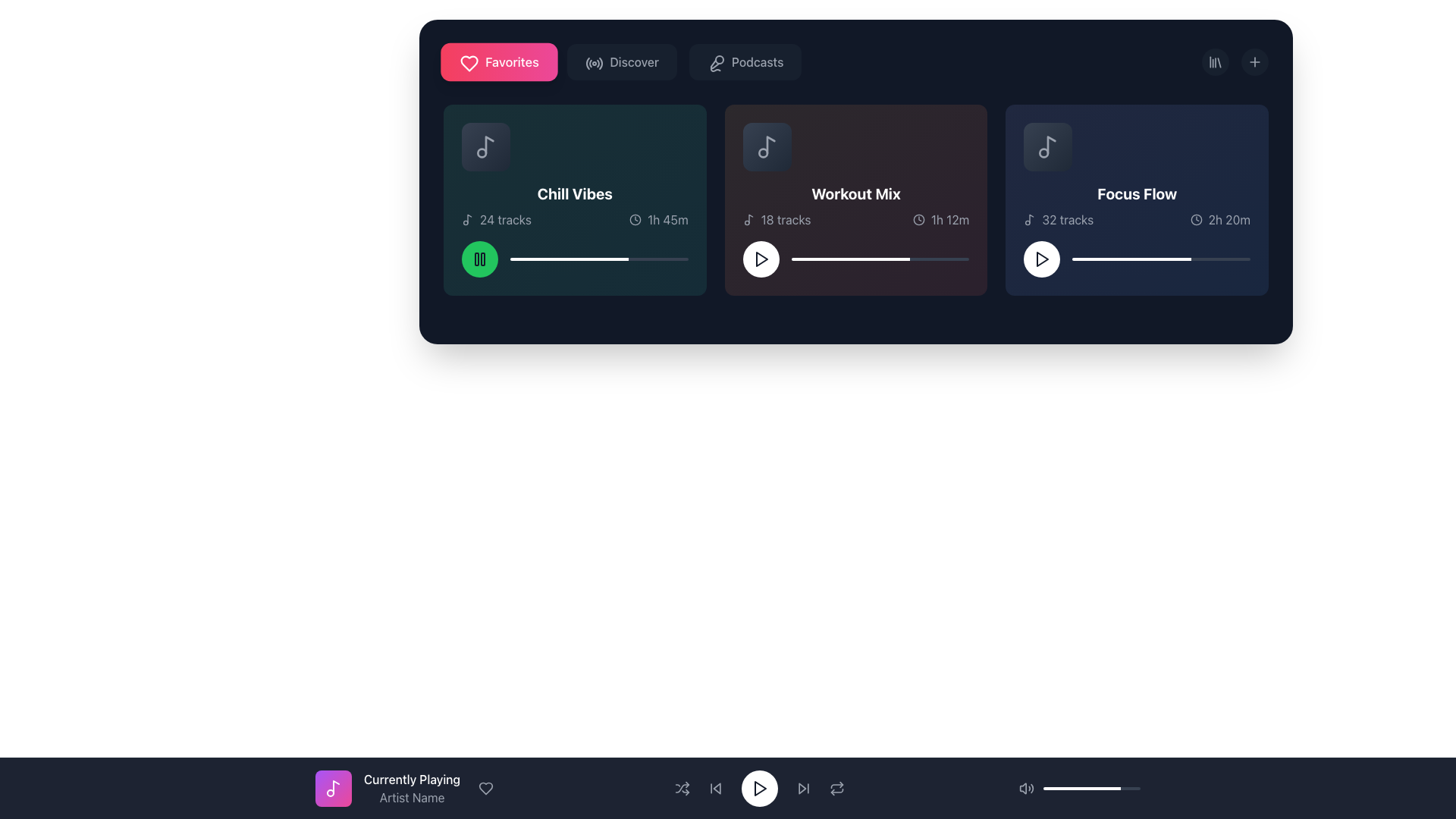 The width and height of the screenshot is (1456, 819). I want to click on the informational text displaying metadata about the 'Focus Flow' playlist, including the number of tracks and total duration, located at the bottom of the 'Focus Flow' card, so click(1137, 219).